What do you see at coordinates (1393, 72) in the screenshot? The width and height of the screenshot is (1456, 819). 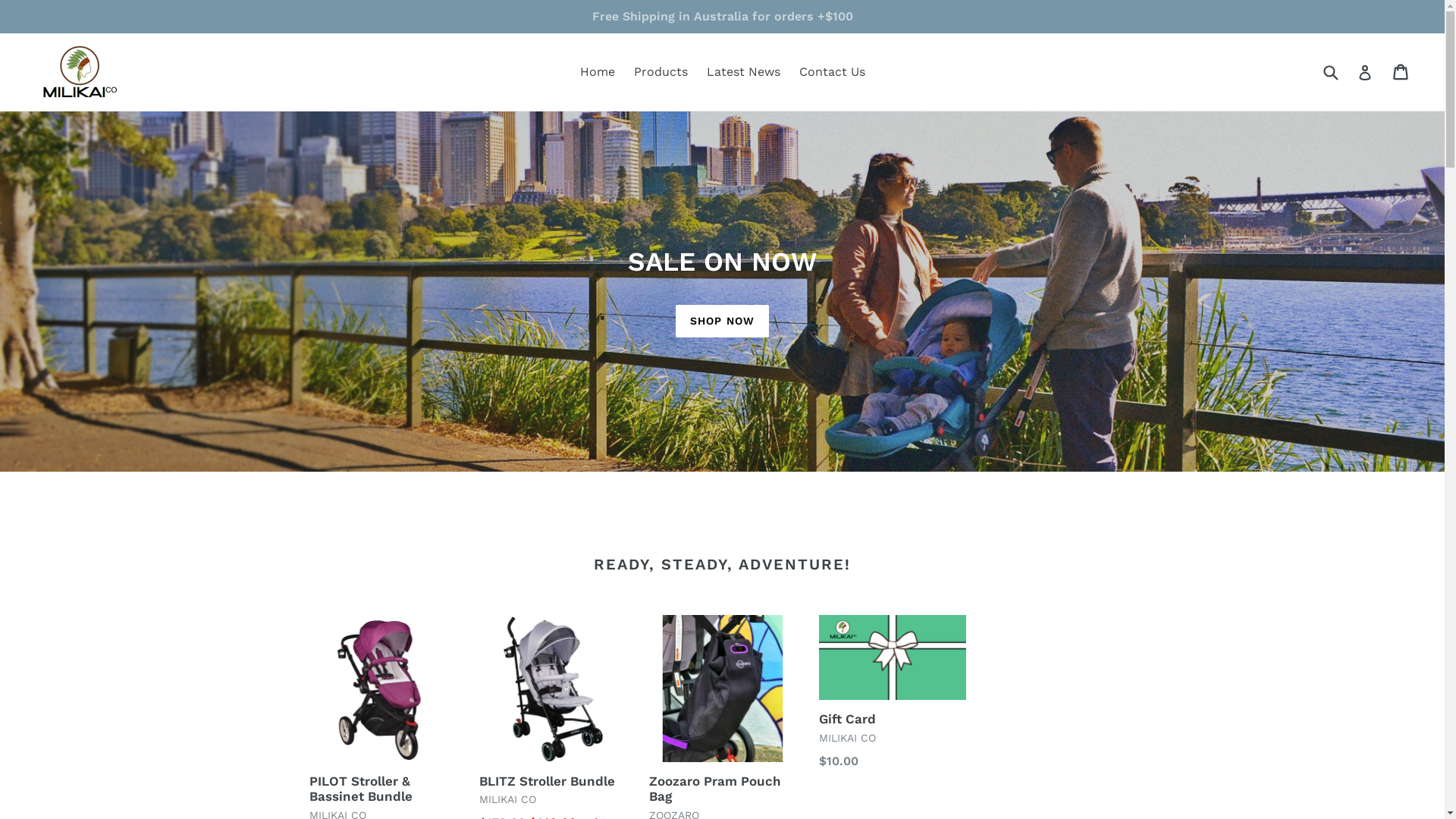 I see `'Cart` at bounding box center [1393, 72].